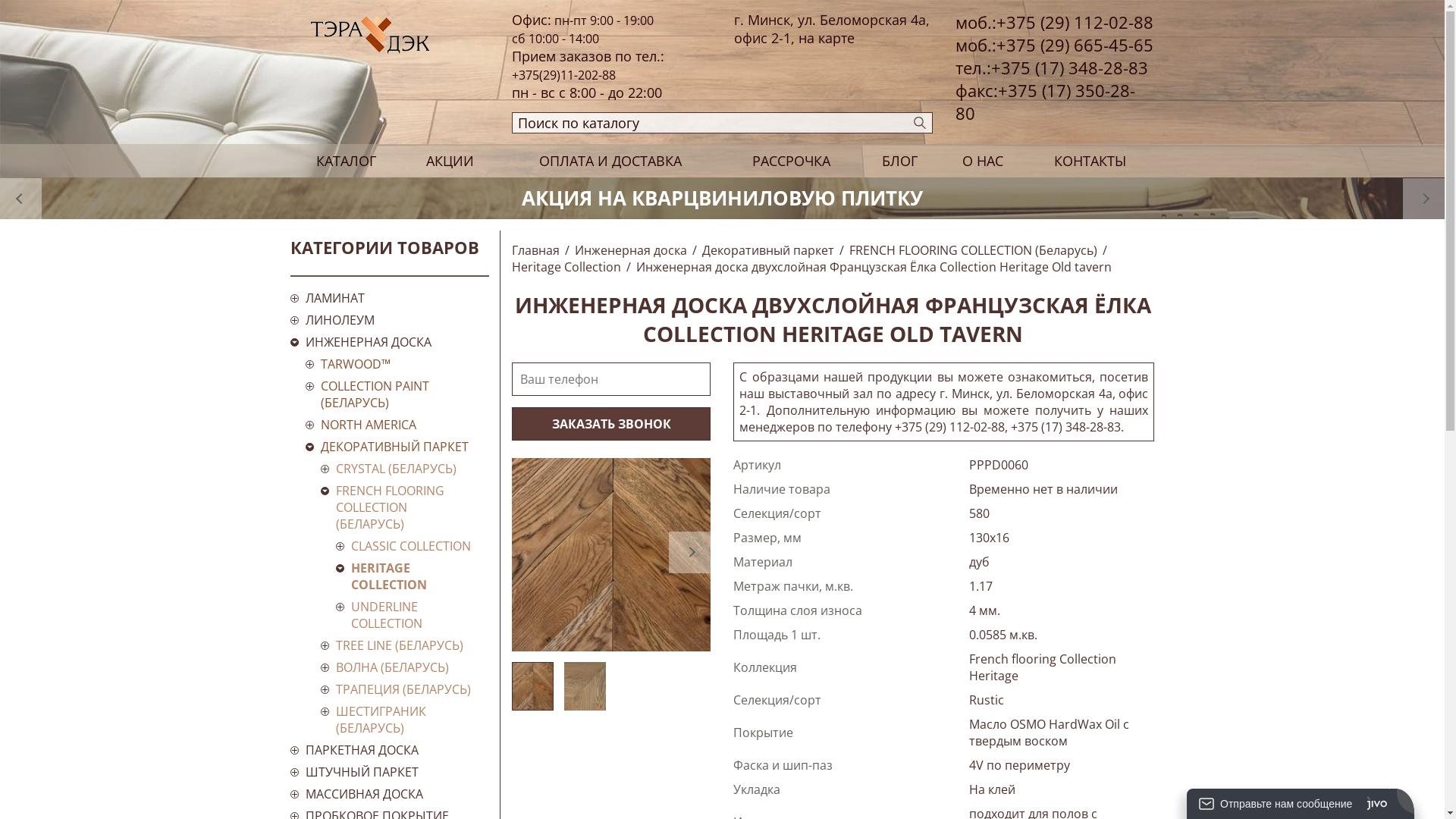  I want to click on 'Prev', so click(20, 197).